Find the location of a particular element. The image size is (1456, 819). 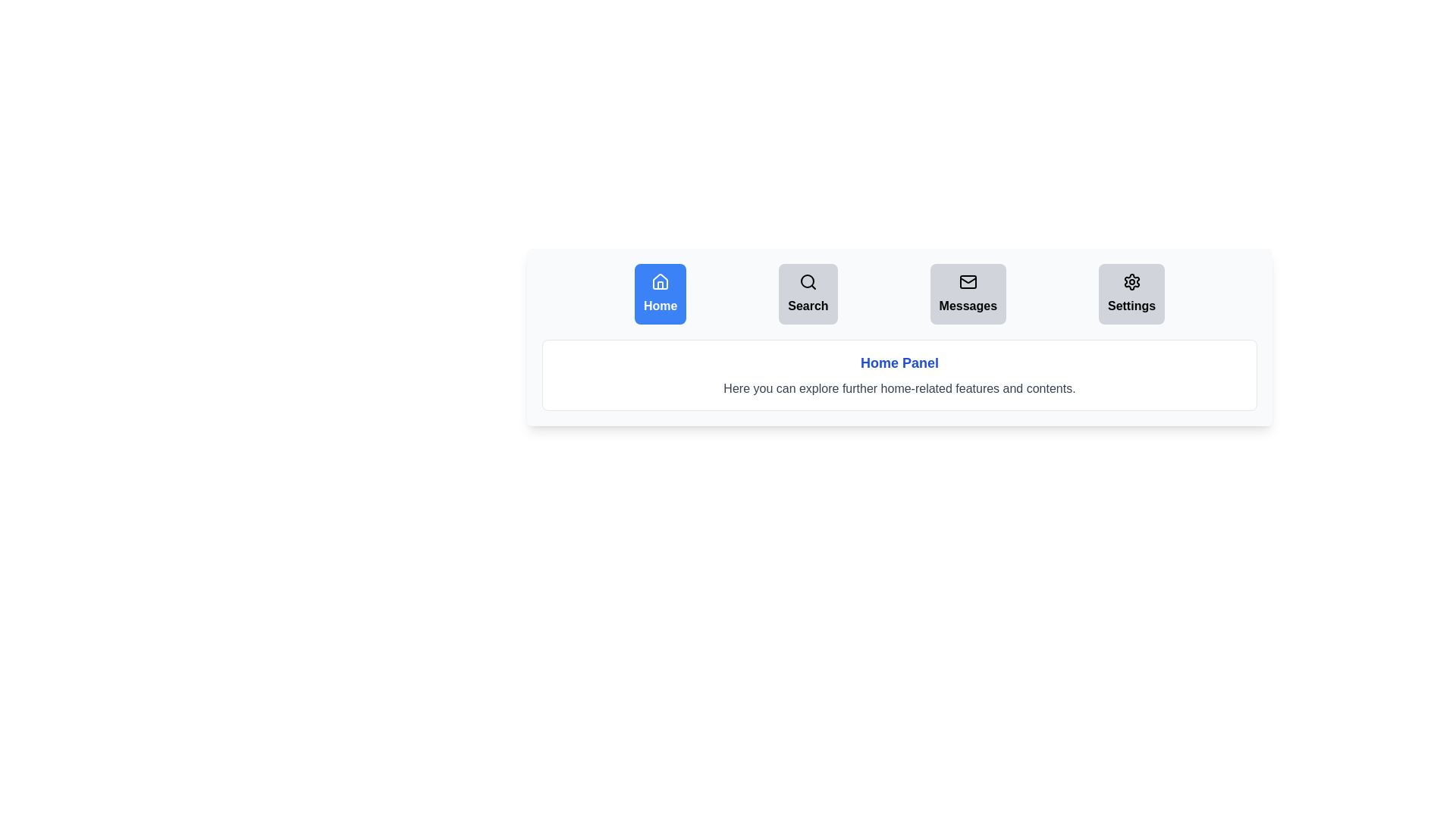

the house-shaped SVG icon located at the center of the blue 'Home' button in the navigation bar to activate the tooltip or focus state is located at coordinates (661, 281).